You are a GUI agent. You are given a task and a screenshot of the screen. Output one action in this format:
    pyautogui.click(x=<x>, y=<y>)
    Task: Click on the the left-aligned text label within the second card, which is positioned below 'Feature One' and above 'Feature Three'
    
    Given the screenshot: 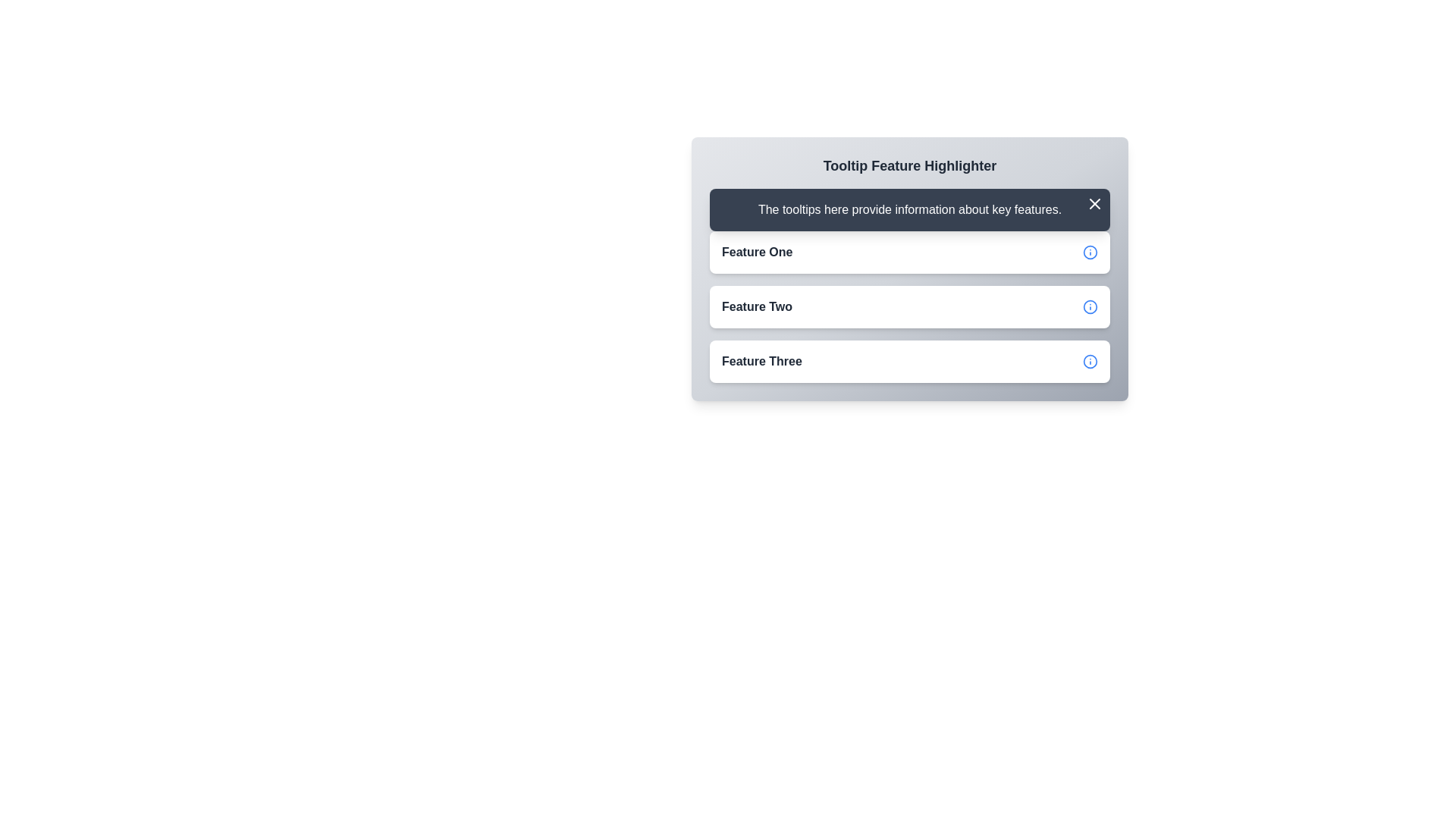 What is the action you would take?
    pyautogui.click(x=757, y=307)
    